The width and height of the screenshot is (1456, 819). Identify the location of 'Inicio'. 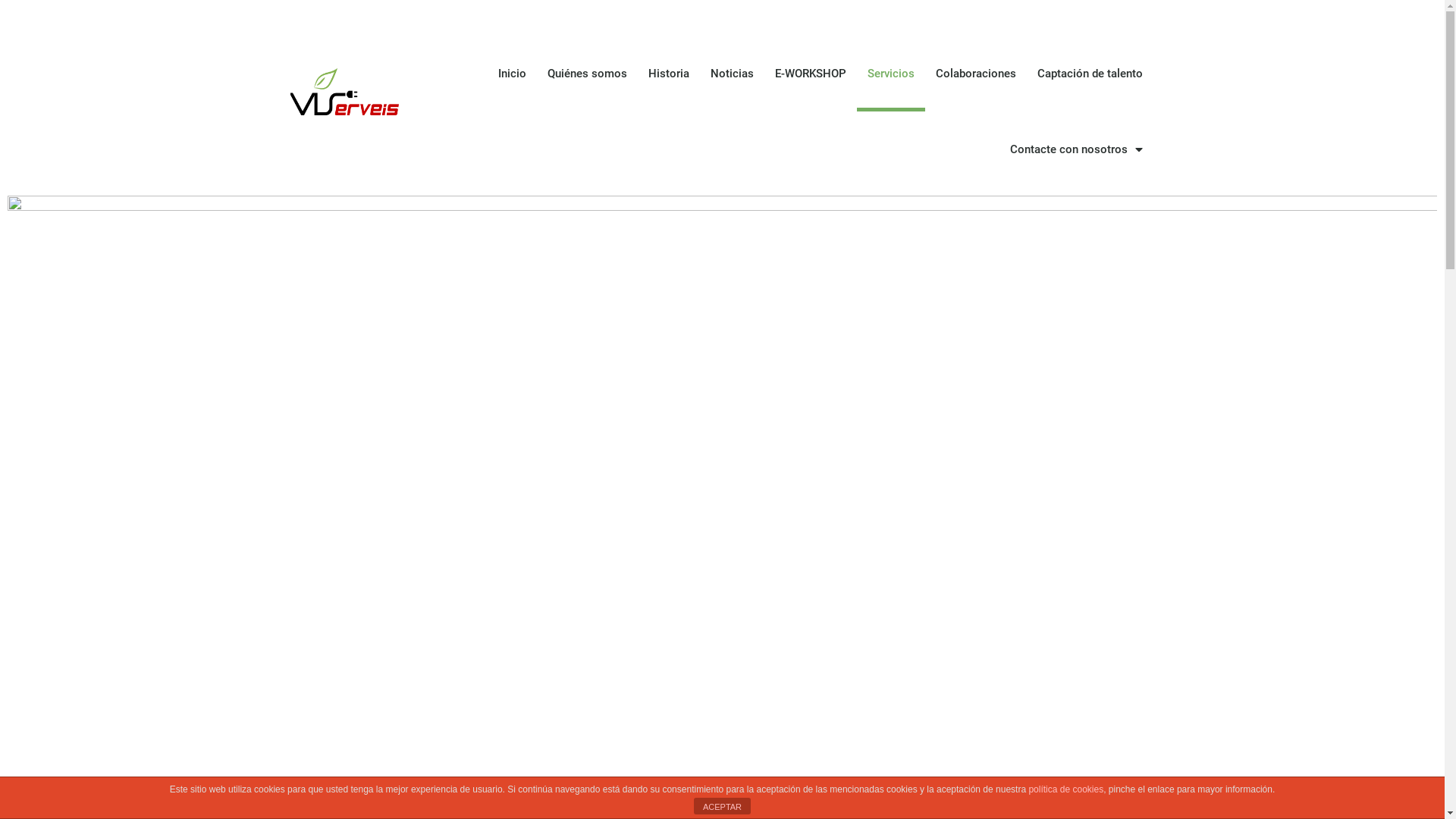
(488, 73).